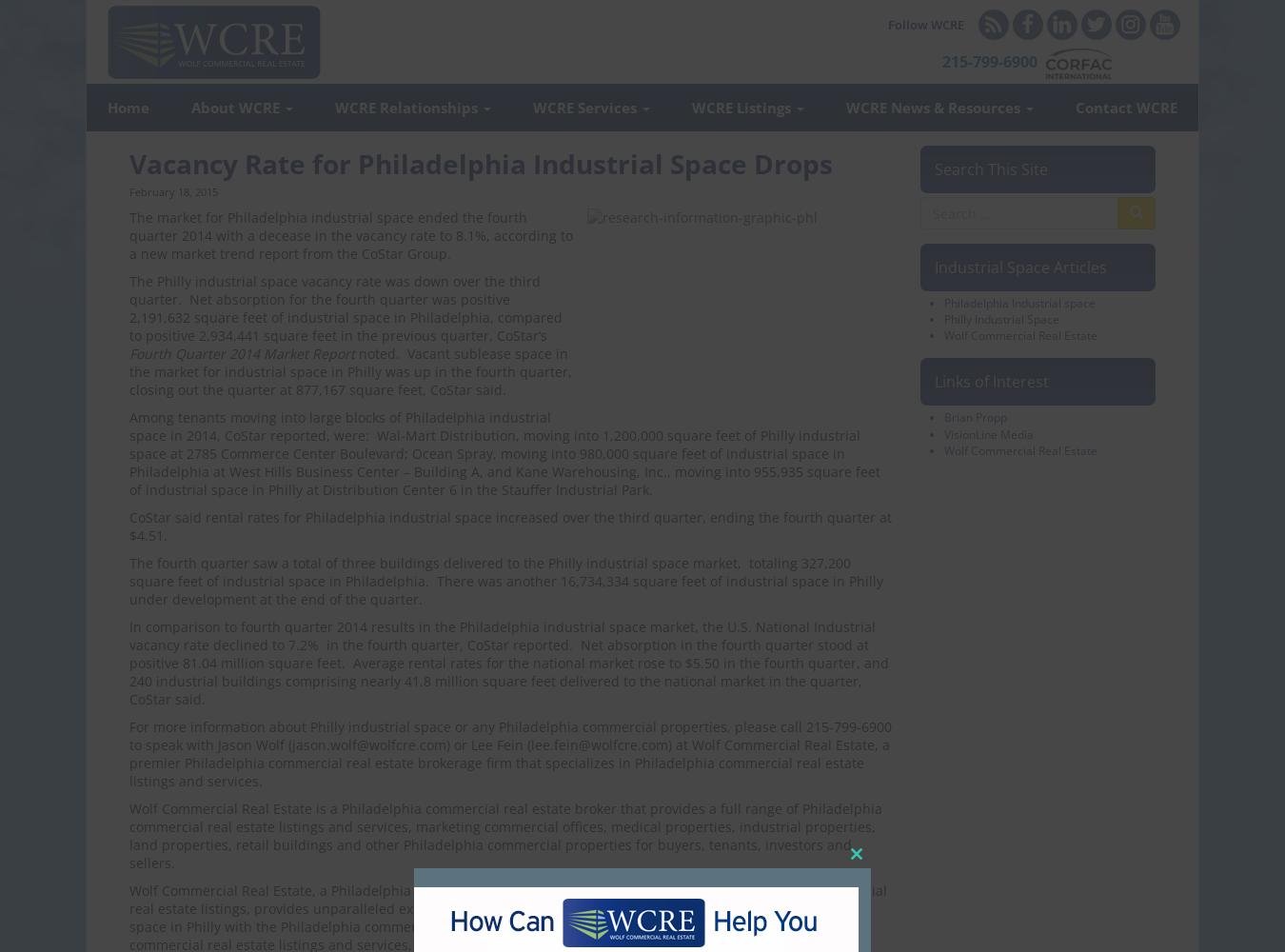 Image resolution: width=1285 pixels, height=952 pixels. I want to click on 'noted.  Vacant sublease space in the market for industrial space in Philly was up in the fourth quarter, closing out the quarter at 877,167 square feet, CoStar said.', so click(350, 371).